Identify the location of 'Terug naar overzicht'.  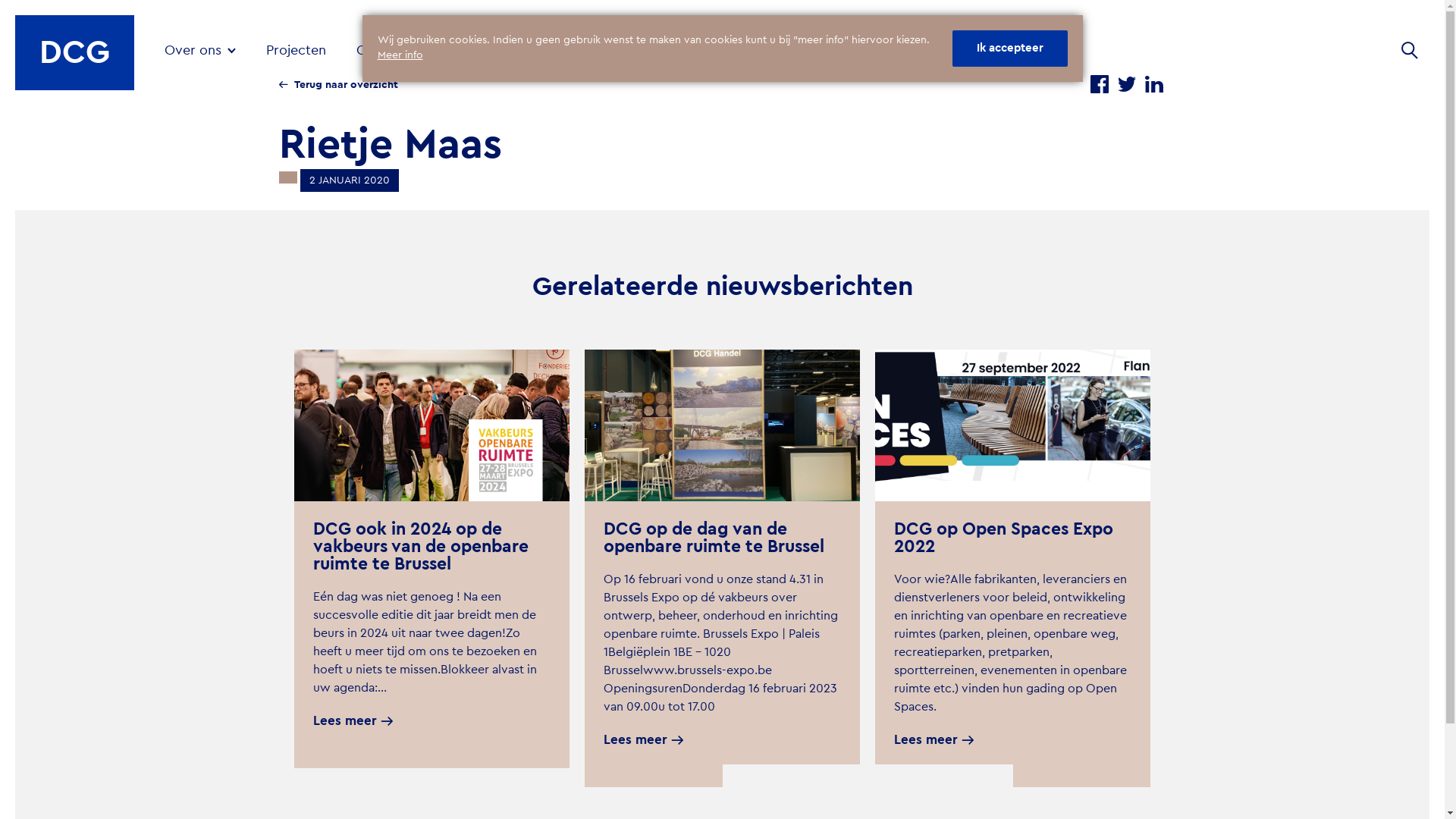
(279, 84).